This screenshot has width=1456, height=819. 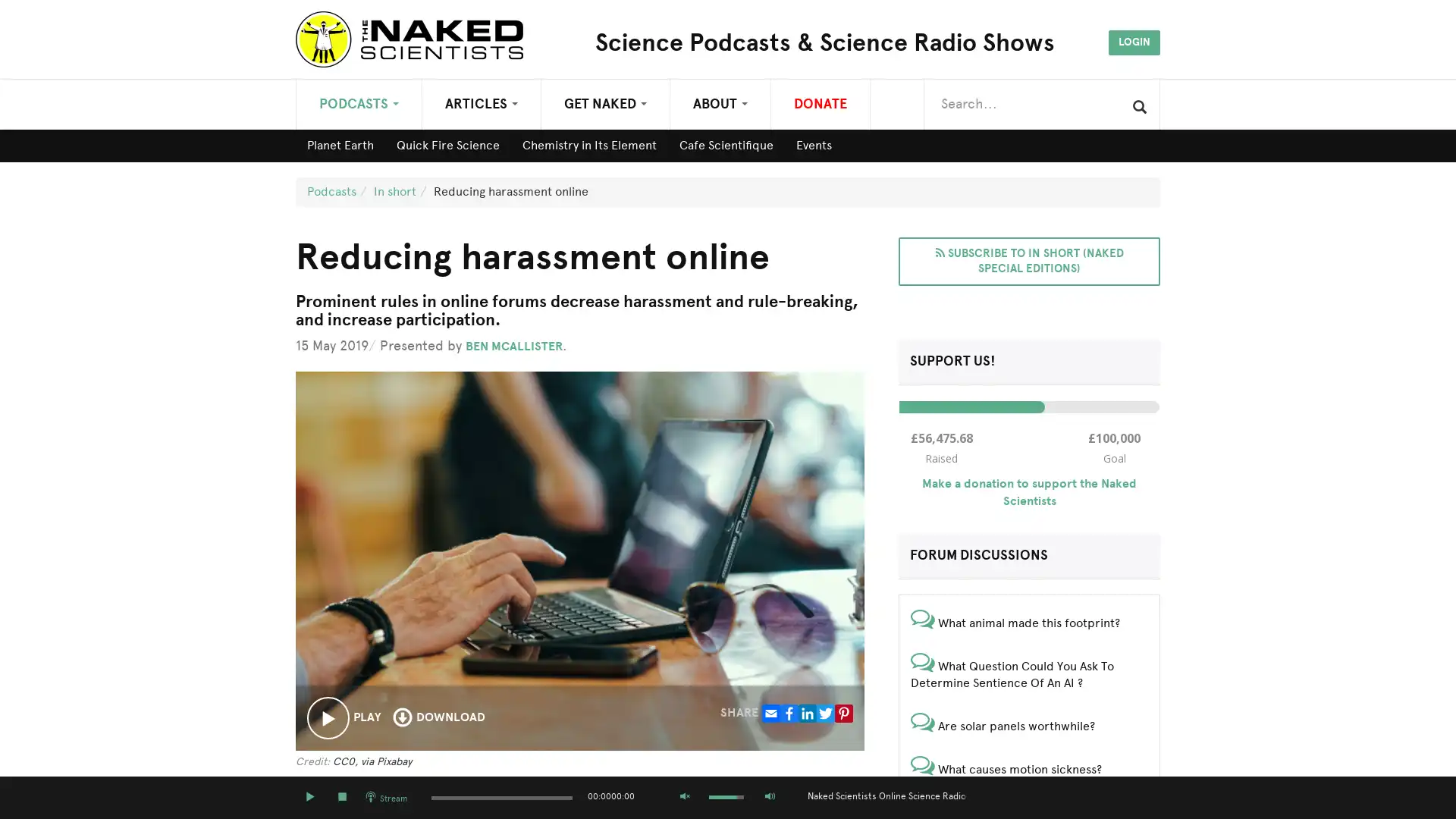 I want to click on APPLY, so click(x=1139, y=106).